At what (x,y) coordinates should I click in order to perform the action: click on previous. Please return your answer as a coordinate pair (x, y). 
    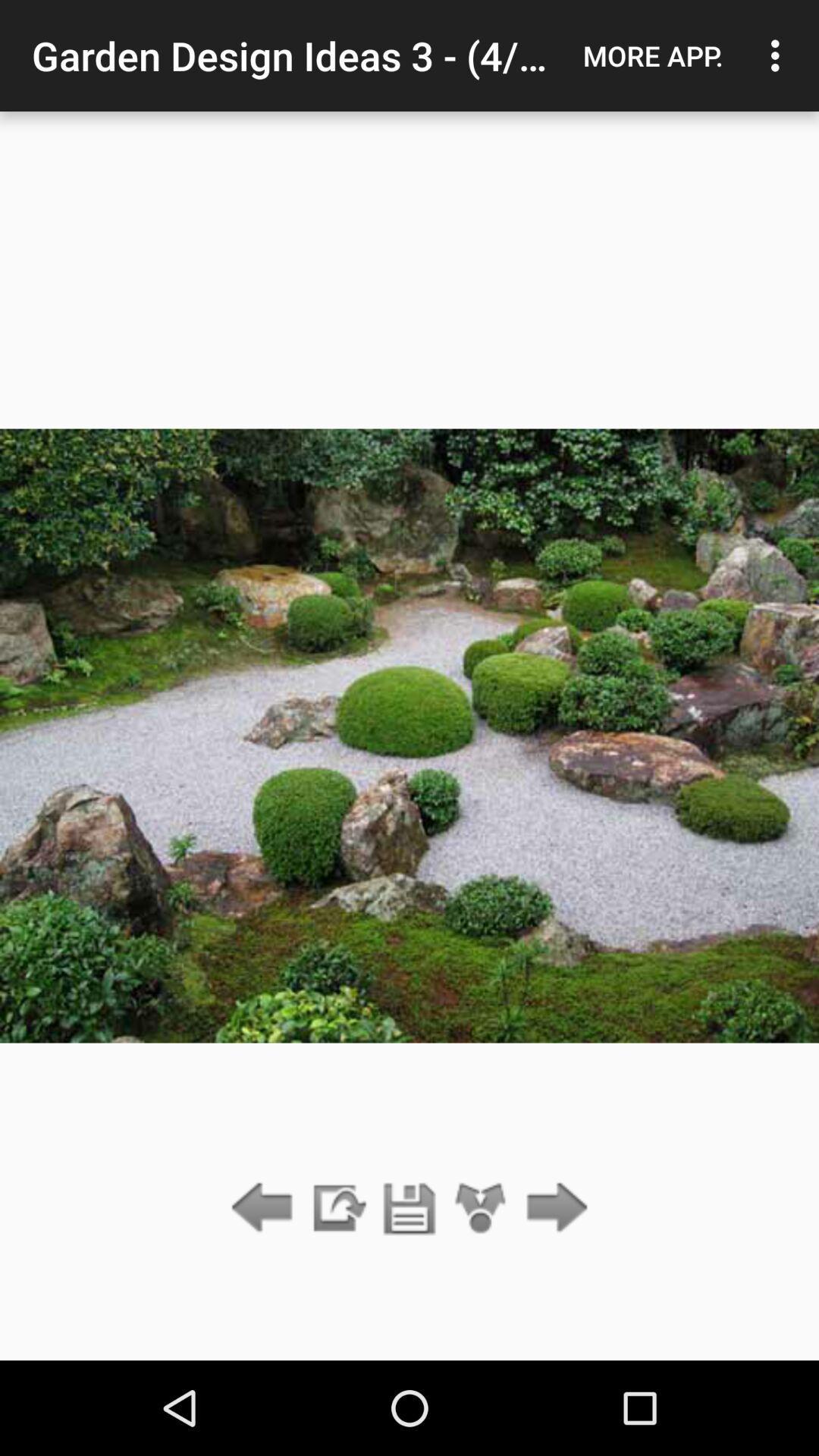
    Looking at the image, I should click on (265, 1208).